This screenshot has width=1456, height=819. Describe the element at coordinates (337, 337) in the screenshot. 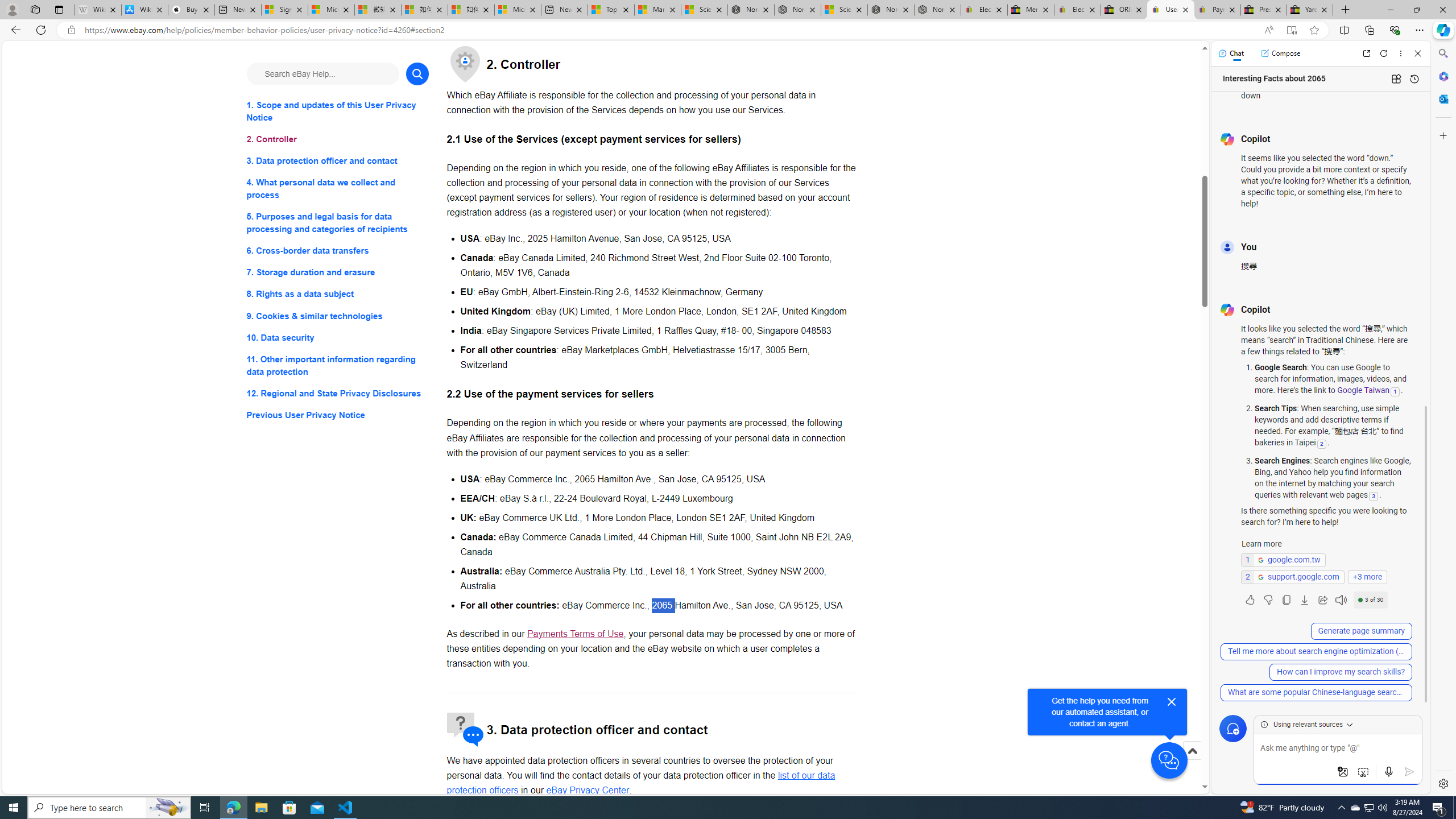

I see `'10. Data security'` at that location.